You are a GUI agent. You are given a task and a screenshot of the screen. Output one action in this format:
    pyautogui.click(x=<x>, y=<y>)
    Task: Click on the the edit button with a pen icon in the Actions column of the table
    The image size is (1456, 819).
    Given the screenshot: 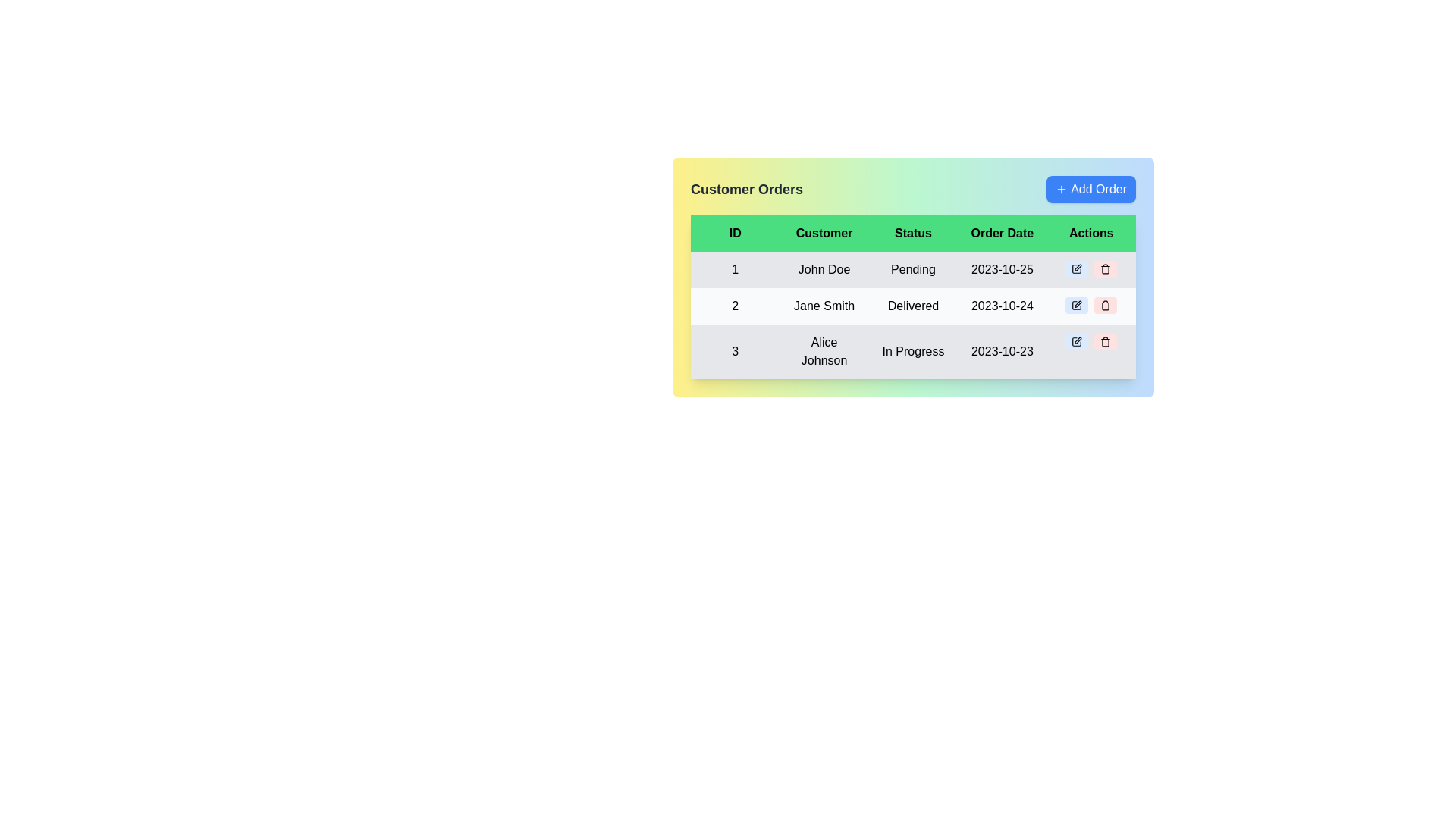 What is the action you would take?
    pyautogui.click(x=1076, y=268)
    